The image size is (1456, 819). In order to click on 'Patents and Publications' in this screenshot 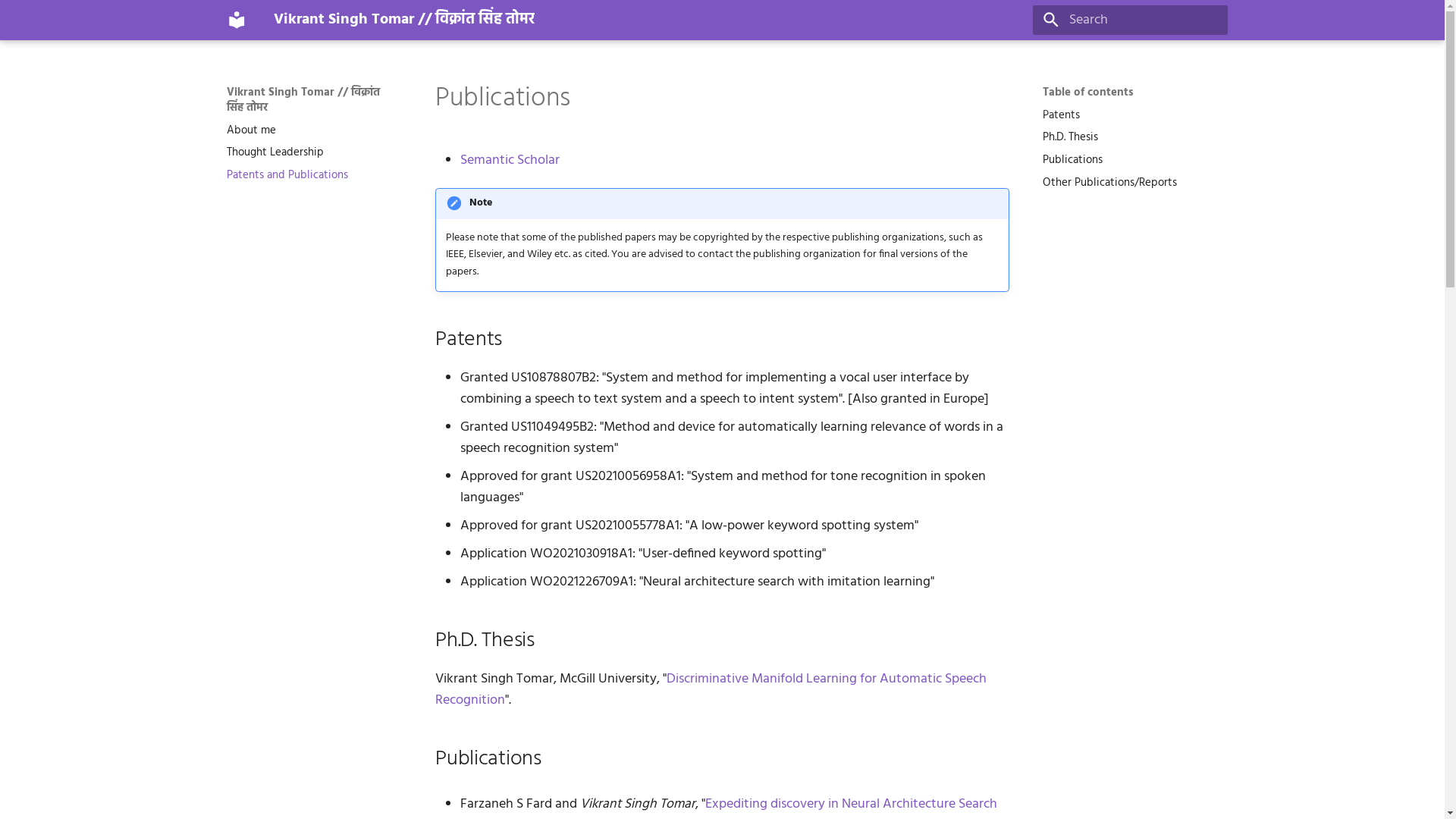, I will do `click(225, 174)`.